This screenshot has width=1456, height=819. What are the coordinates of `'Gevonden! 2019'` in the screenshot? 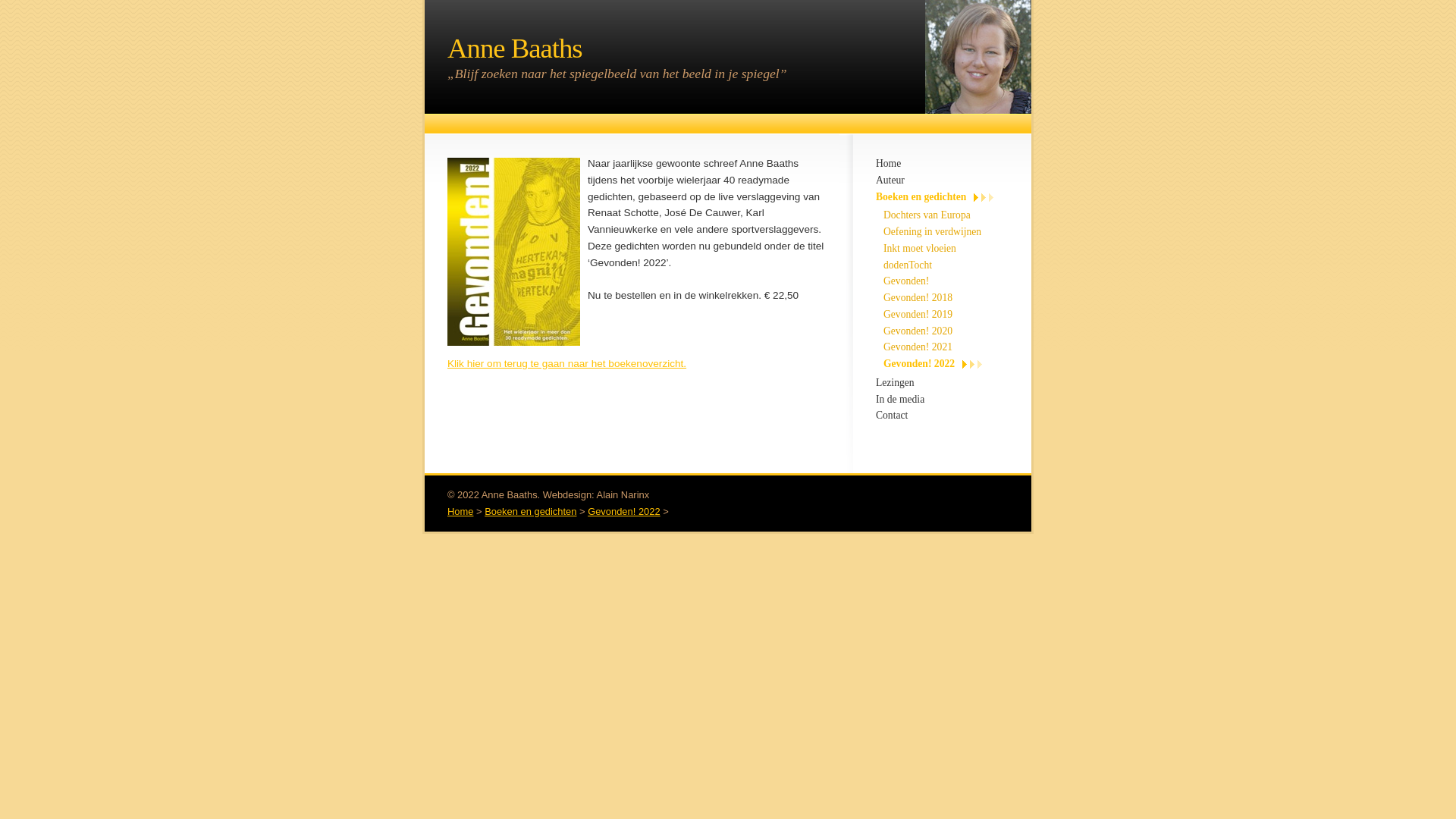 It's located at (917, 313).